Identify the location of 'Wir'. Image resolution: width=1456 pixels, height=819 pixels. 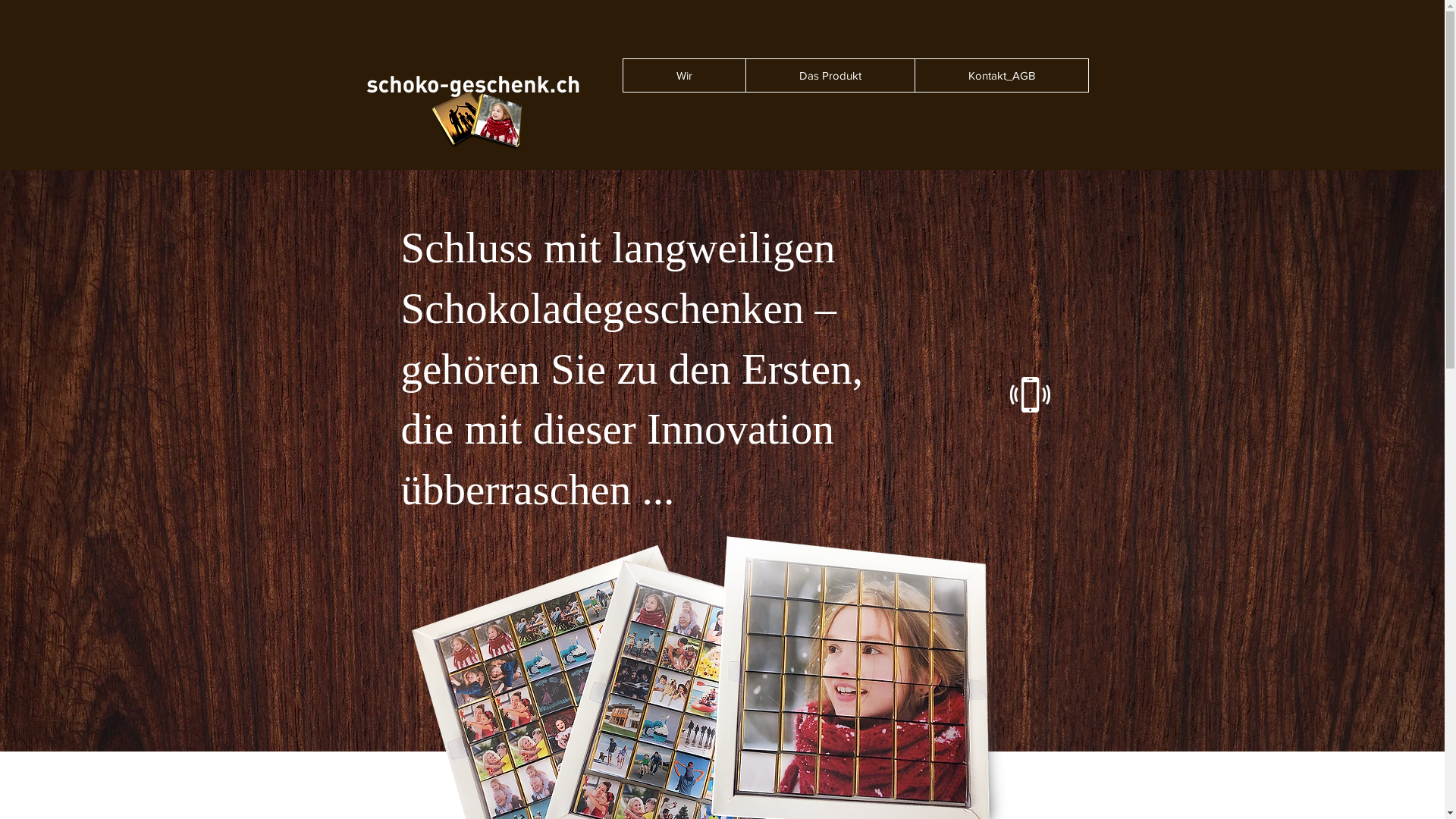
(683, 75).